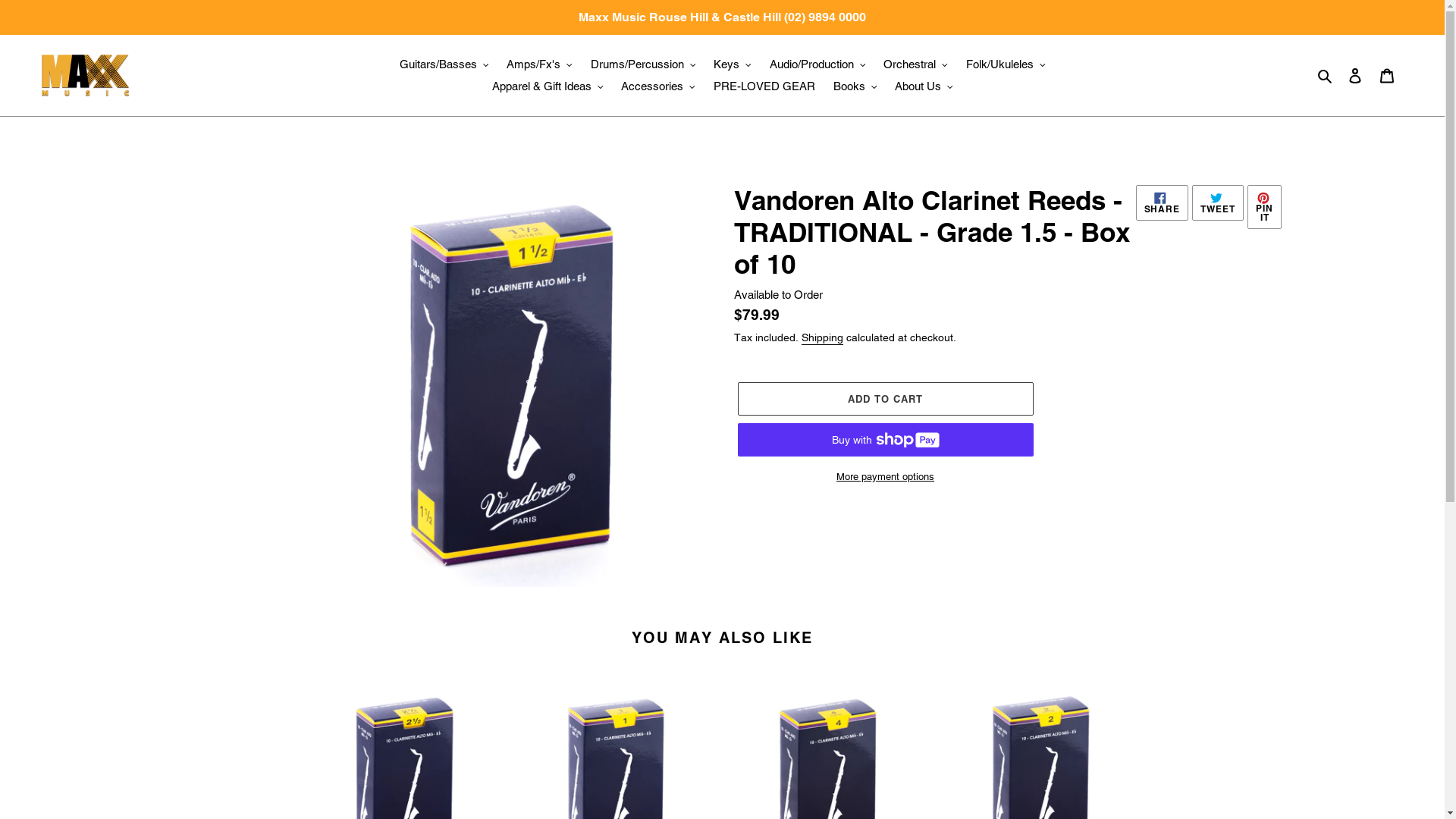  I want to click on 'Guitars/Basses', so click(443, 64).